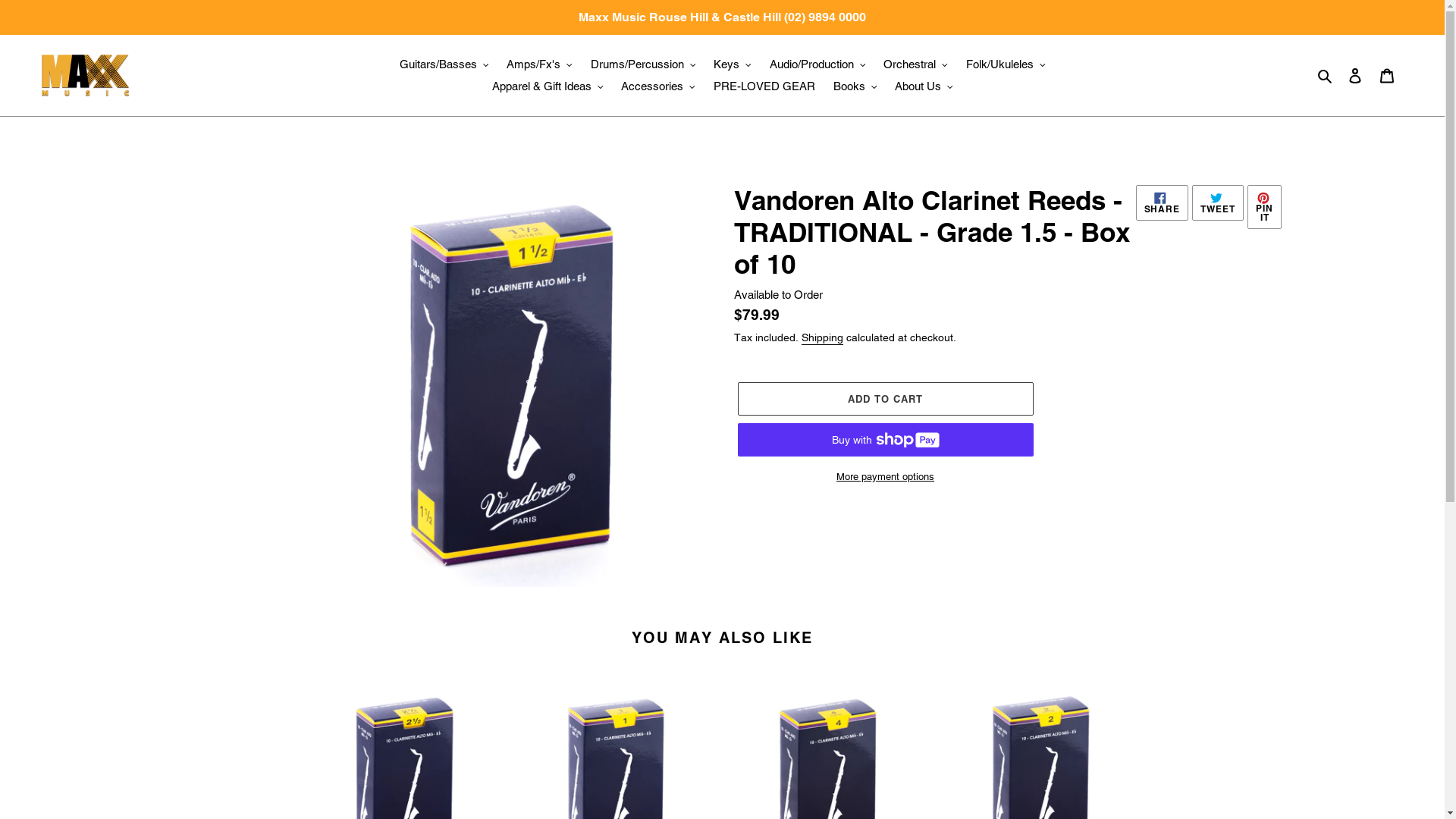  I want to click on 'Guitars/Basses', so click(443, 64).